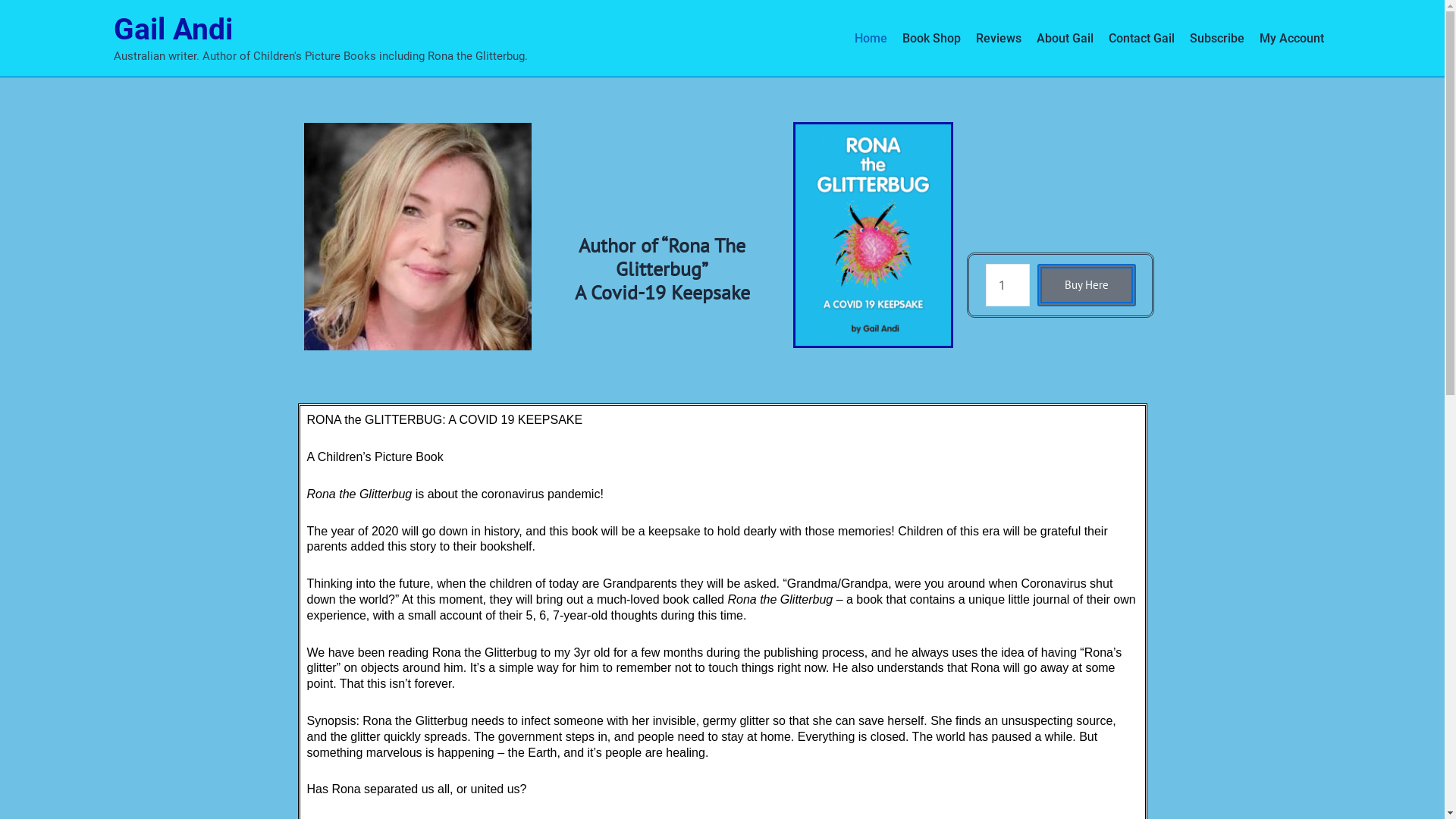 This screenshot has width=1456, height=819. Describe the element at coordinates (870, 37) in the screenshot. I see `'Home'` at that location.